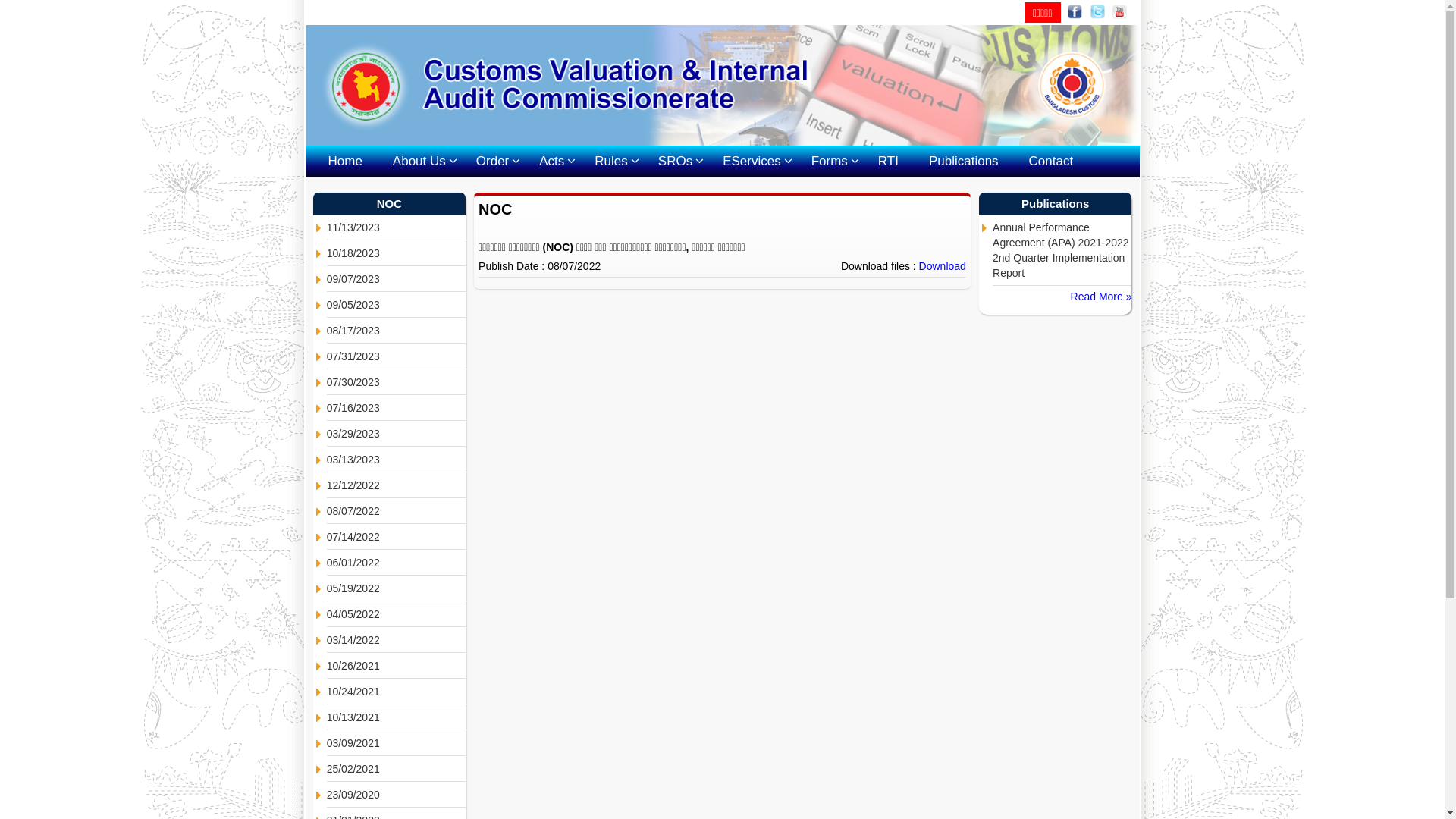 The image size is (1456, 819). I want to click on '07/16/2023', so click(396, 407).